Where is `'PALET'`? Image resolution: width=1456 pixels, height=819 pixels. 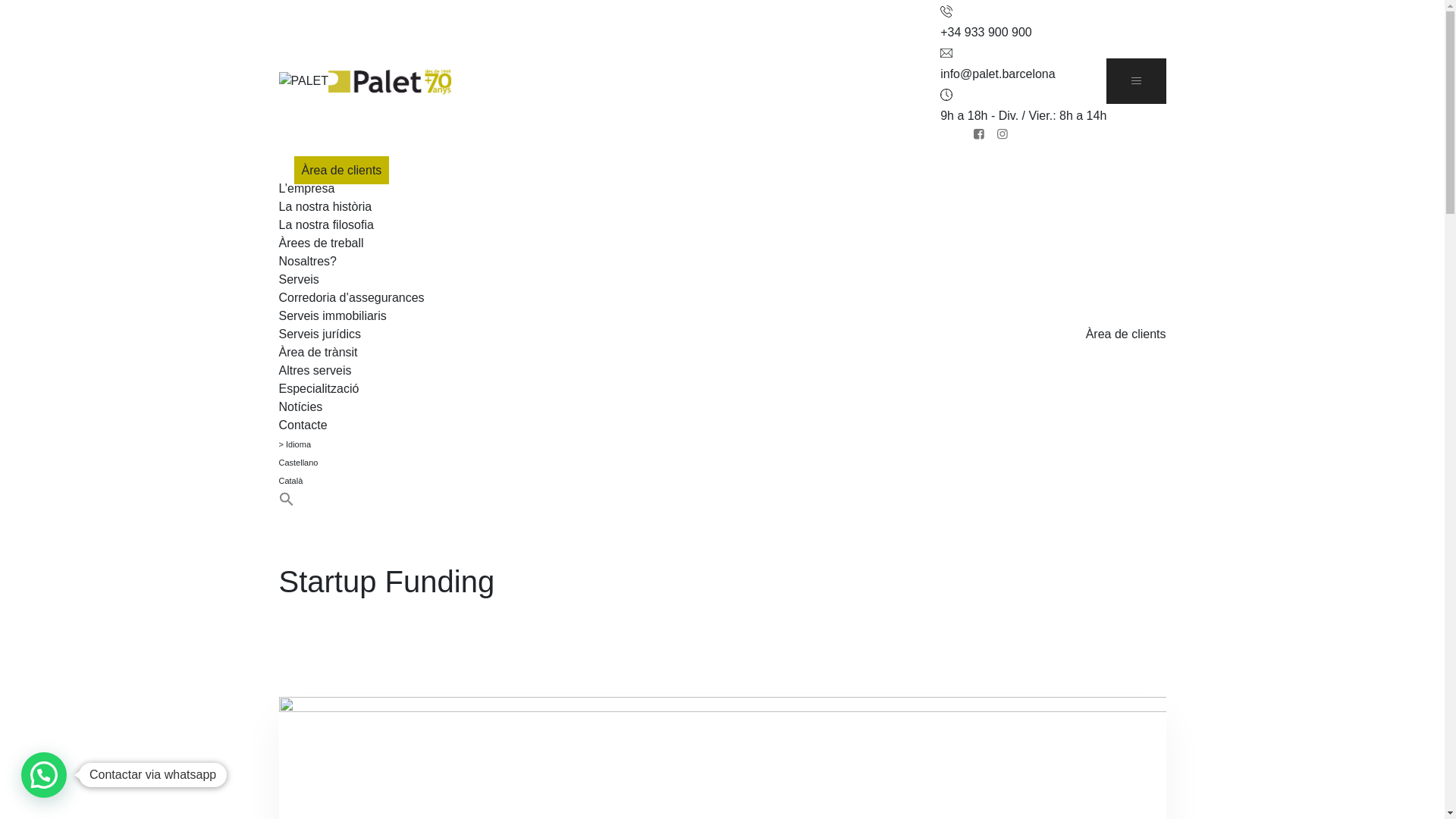
'PALET' is located at coordinates (303, 80).